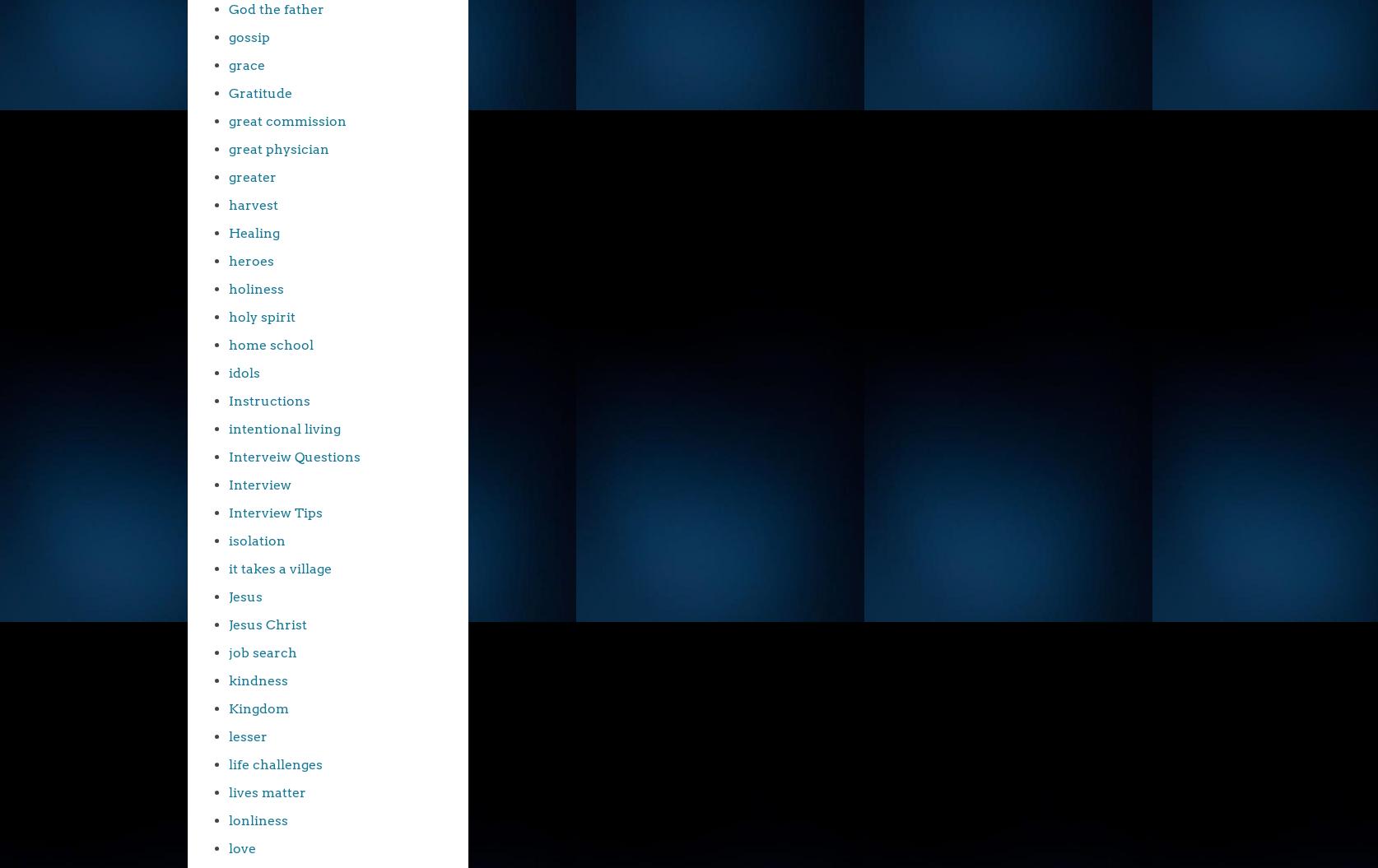  I want to click on 'idols', so click(244, 372).